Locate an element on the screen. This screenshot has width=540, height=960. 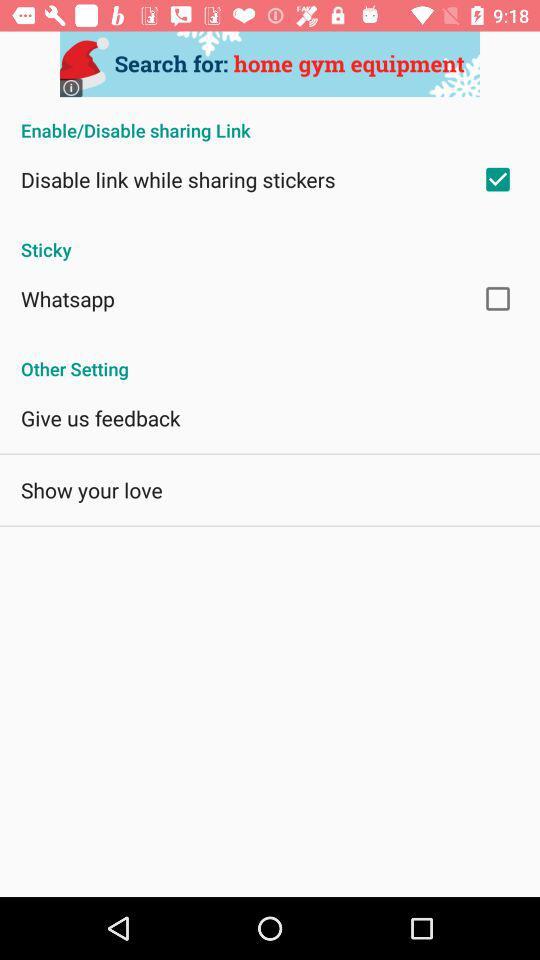
advertisement link is located at coordinates (270, 64).